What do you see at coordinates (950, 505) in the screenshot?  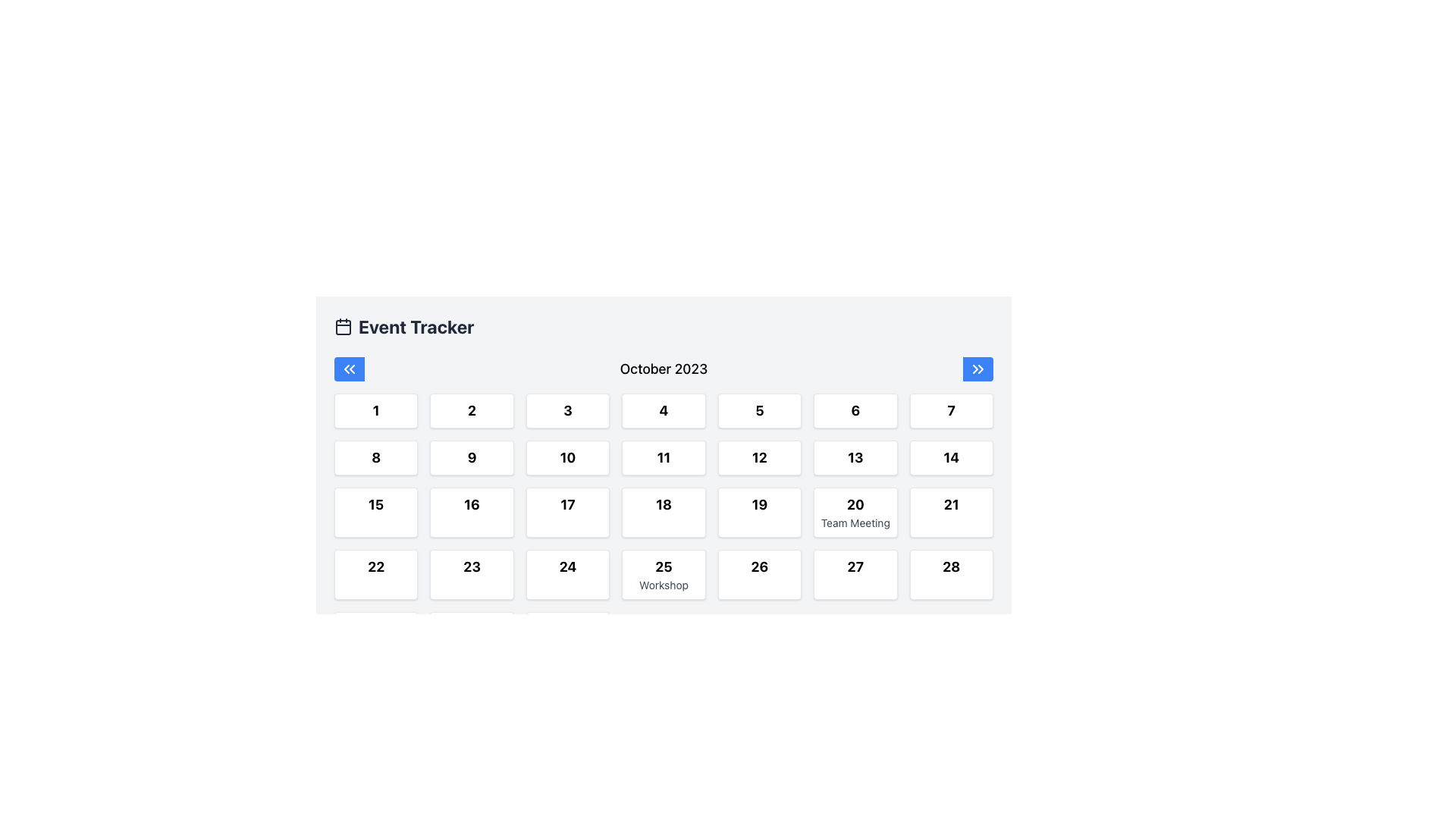 I see `the black numeral '21' displayed in a bold font, which is centered inside a white box with rounded corners, located in the sixth row and seventh column of the calendar grid for October 21, 2023` at bounding box center [950, 505].